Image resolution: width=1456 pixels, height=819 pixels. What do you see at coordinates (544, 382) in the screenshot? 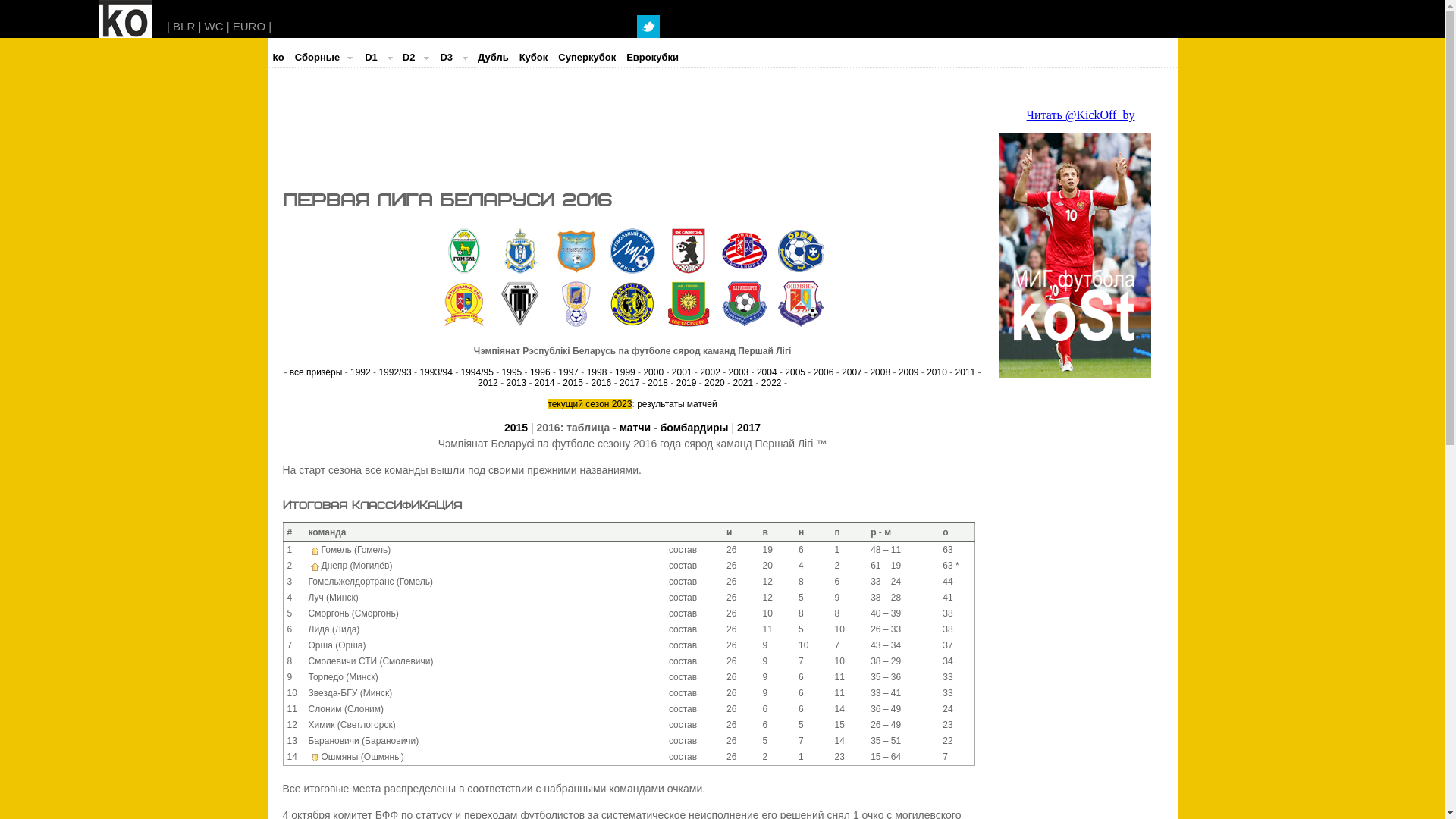
I see `'2014'` at bounding box center [544, 382].